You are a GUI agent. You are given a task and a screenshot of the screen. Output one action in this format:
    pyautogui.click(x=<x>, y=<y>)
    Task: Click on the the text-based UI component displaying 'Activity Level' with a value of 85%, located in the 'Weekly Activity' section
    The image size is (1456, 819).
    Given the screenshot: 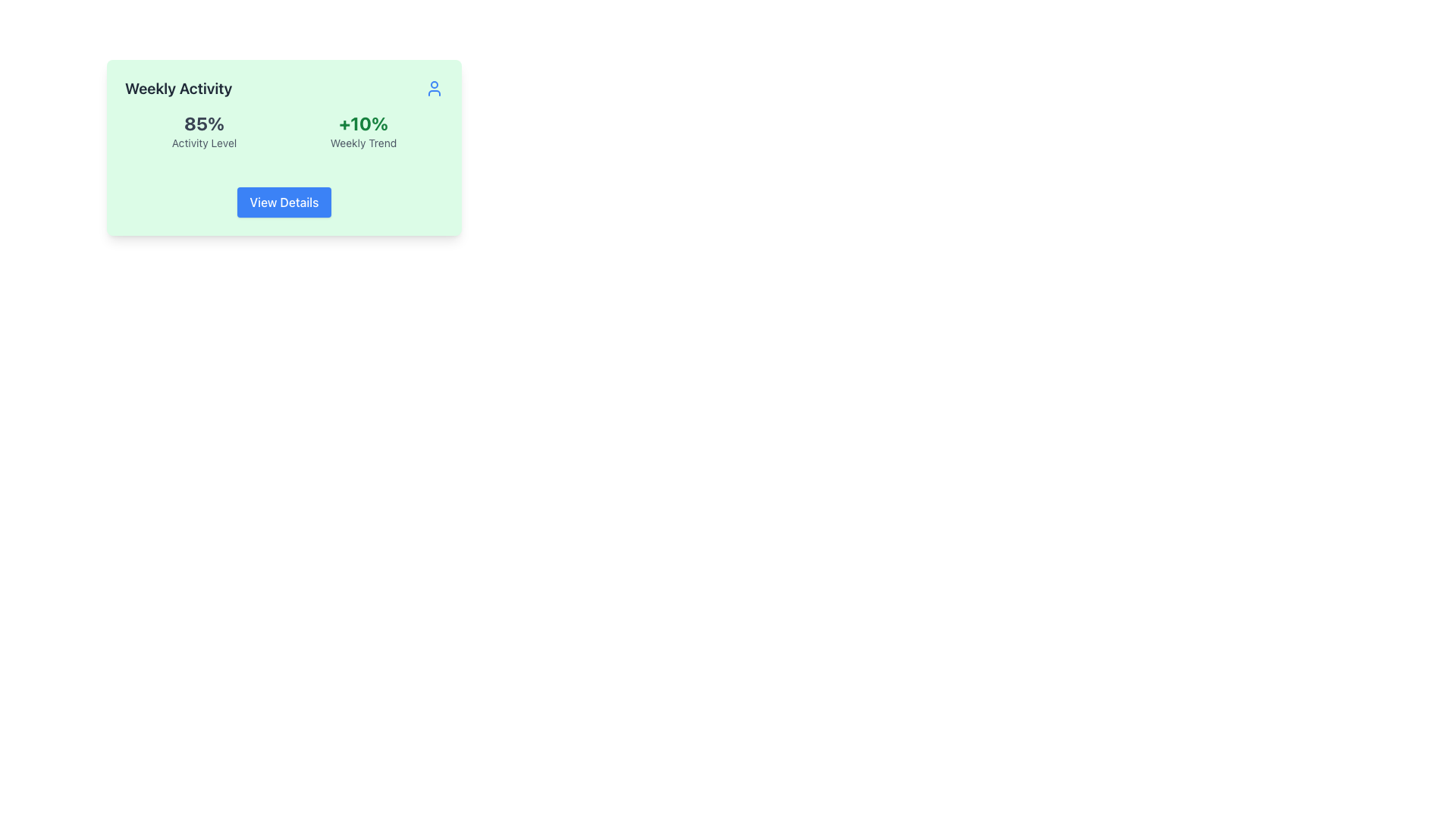 What is the action you would take?
    pyautogui.click(x=203, y=130)
    